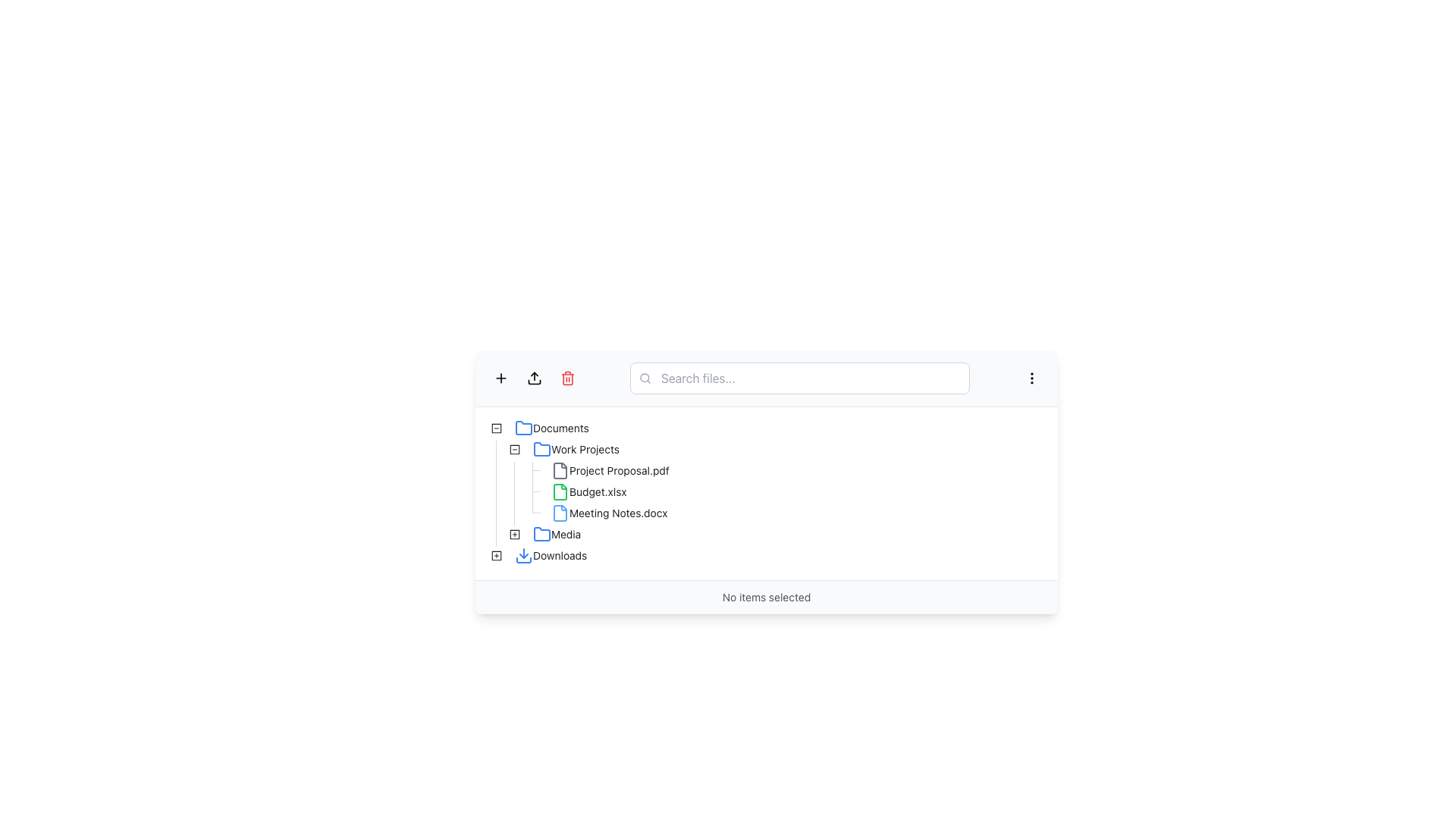  Describe the element at coordinates (532, 513) in the screenshot. I see `the tree switcher indicator located to the left of 'Meeting Notes.docx' in the 'Work Projects' section under 'Documents.'` at that location.